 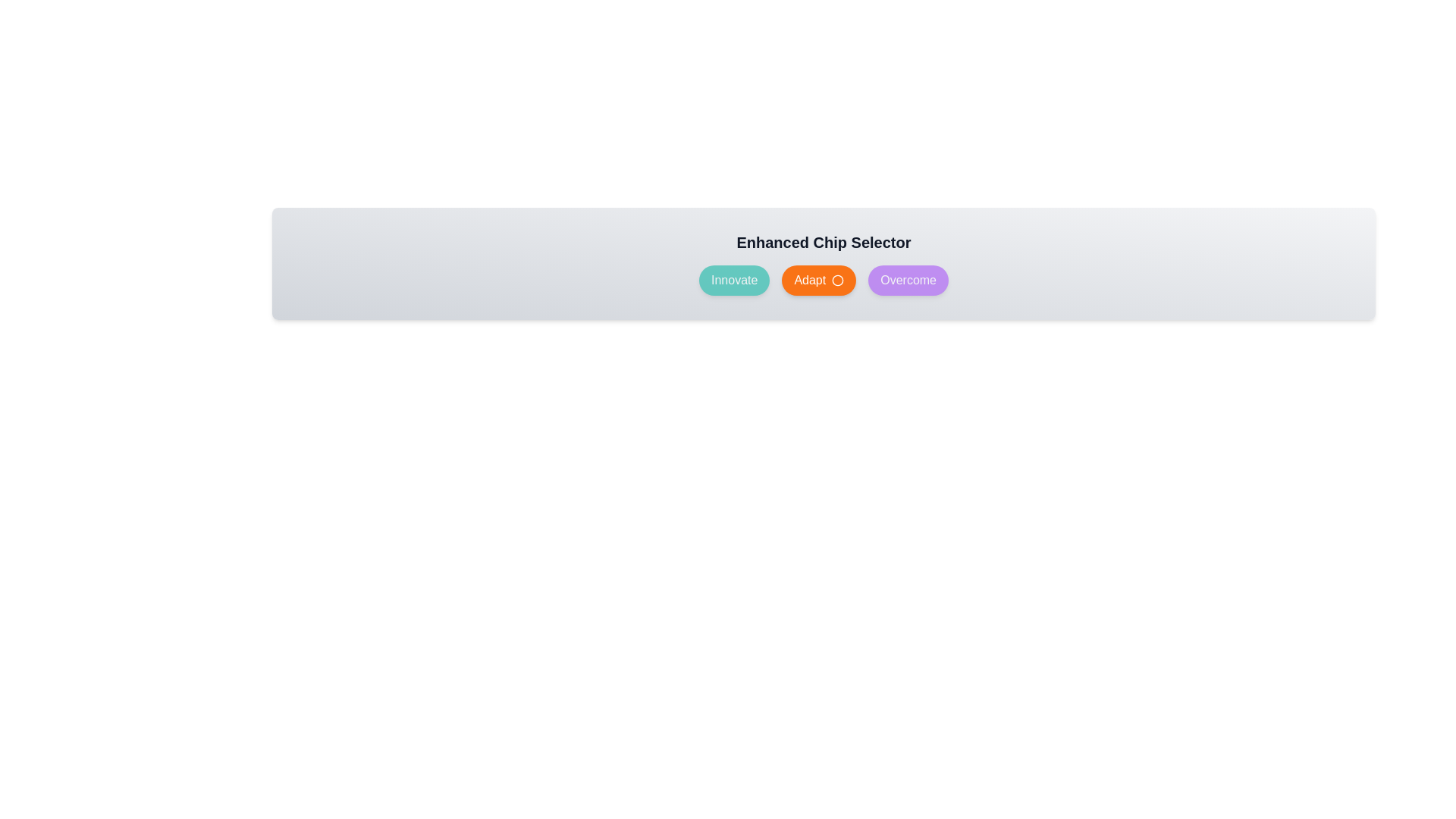 I want to click on the chip labeled Innovate, so click(x=734, y=281).